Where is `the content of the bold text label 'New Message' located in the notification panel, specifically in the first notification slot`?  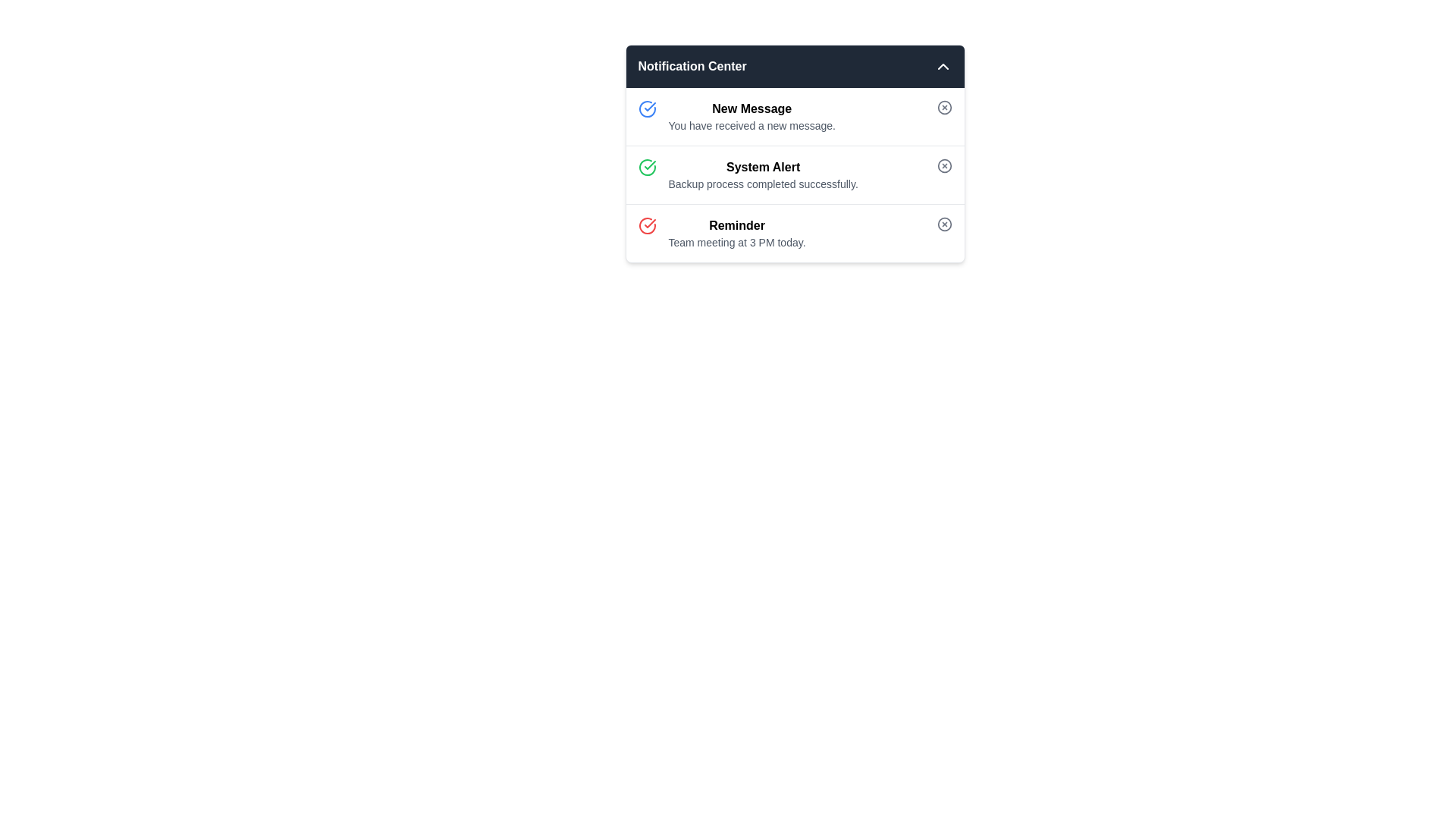
the content of the bold text label 'New Message' located in the notification panel, specifically in the first notification slot is located at coordinates (752, 108).